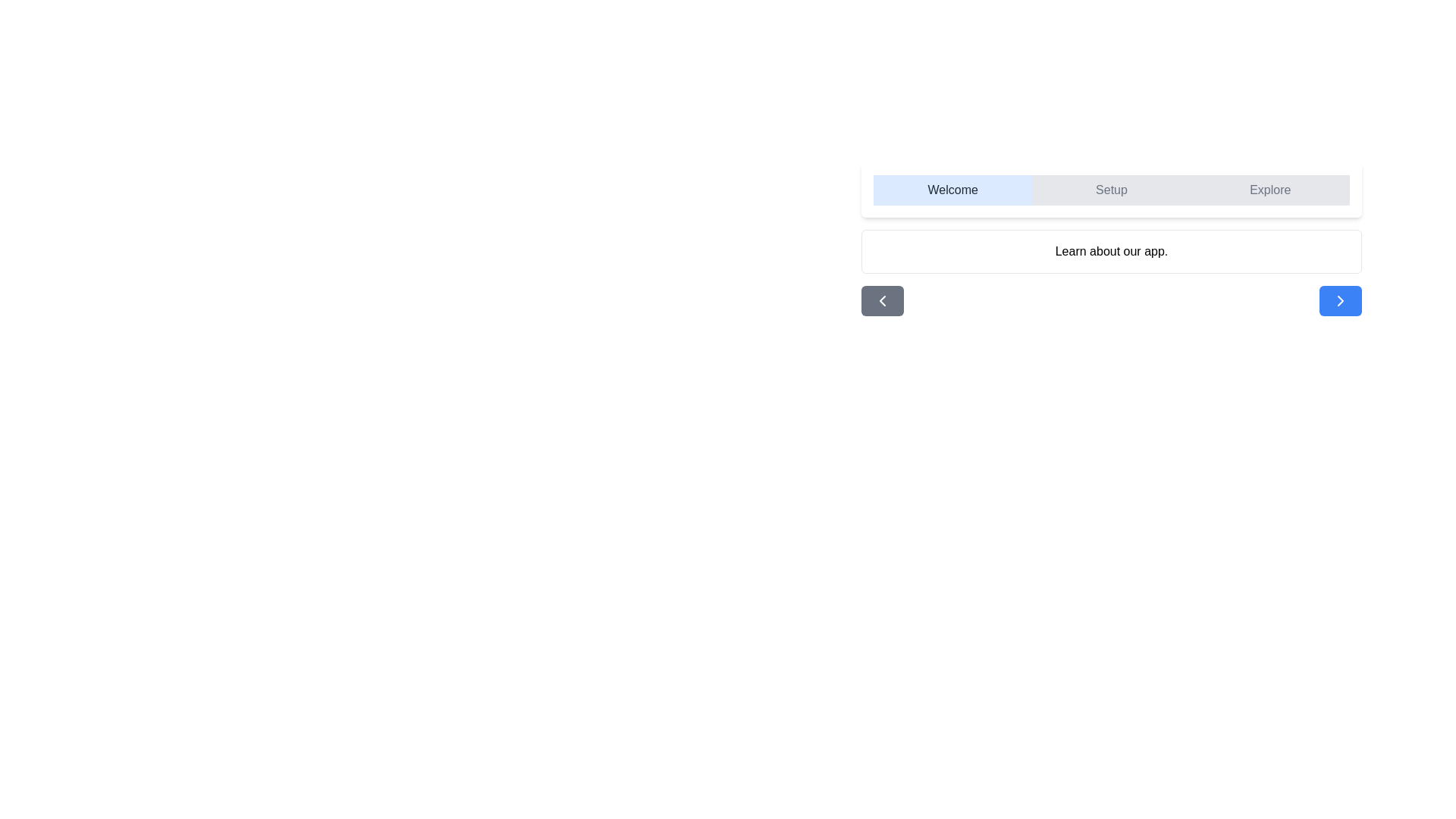 Image resolution: width=1456 pixels, height=819 pixels. I want to click on the step indicator labeled 'Setup' to navigate to that step, so click(1110, 189).